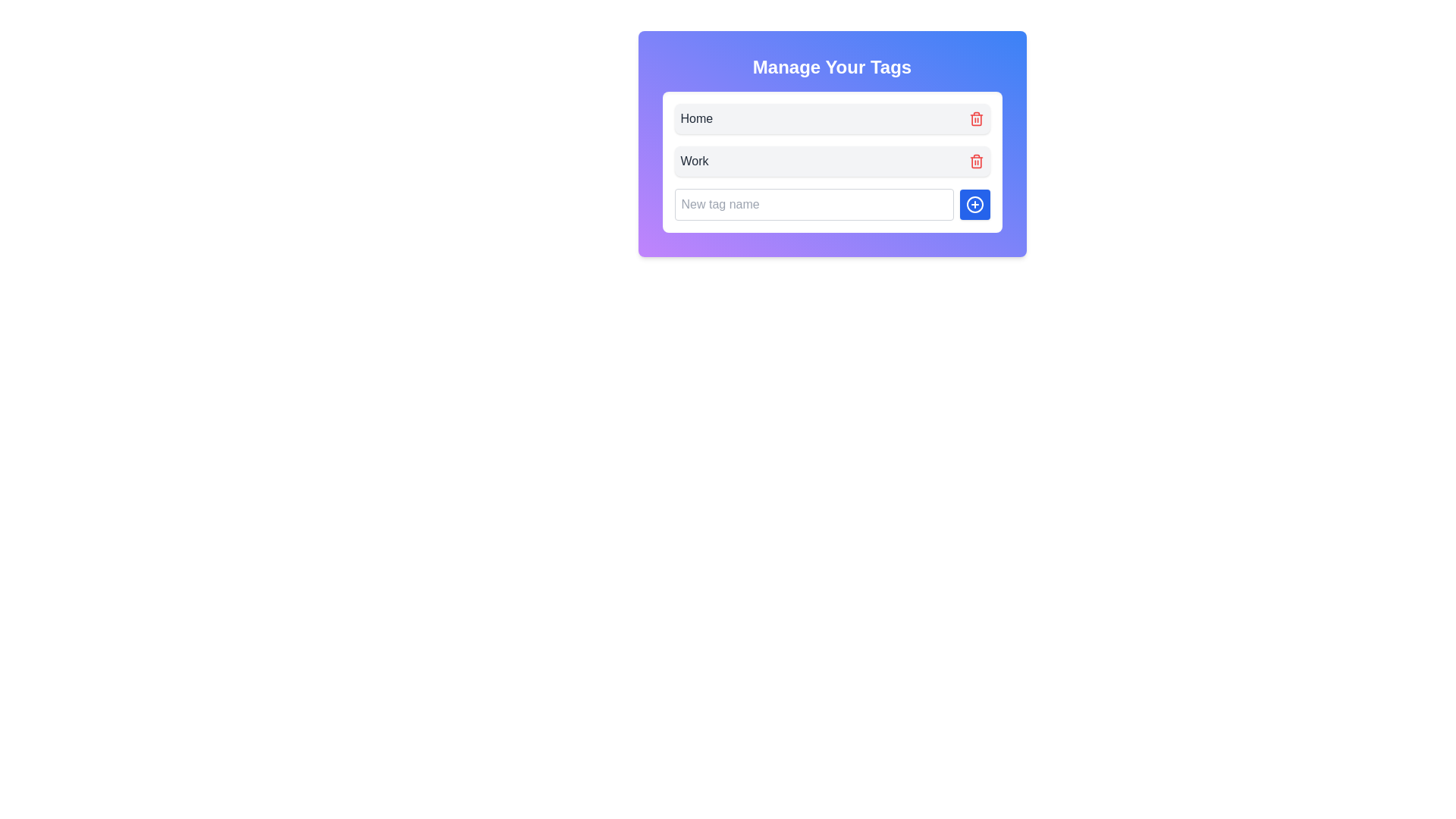 The image size is (1456, 819). Describe the element at coordinates (831, 161) in the screenshot. I see `the 'Work' tag element` at that location.